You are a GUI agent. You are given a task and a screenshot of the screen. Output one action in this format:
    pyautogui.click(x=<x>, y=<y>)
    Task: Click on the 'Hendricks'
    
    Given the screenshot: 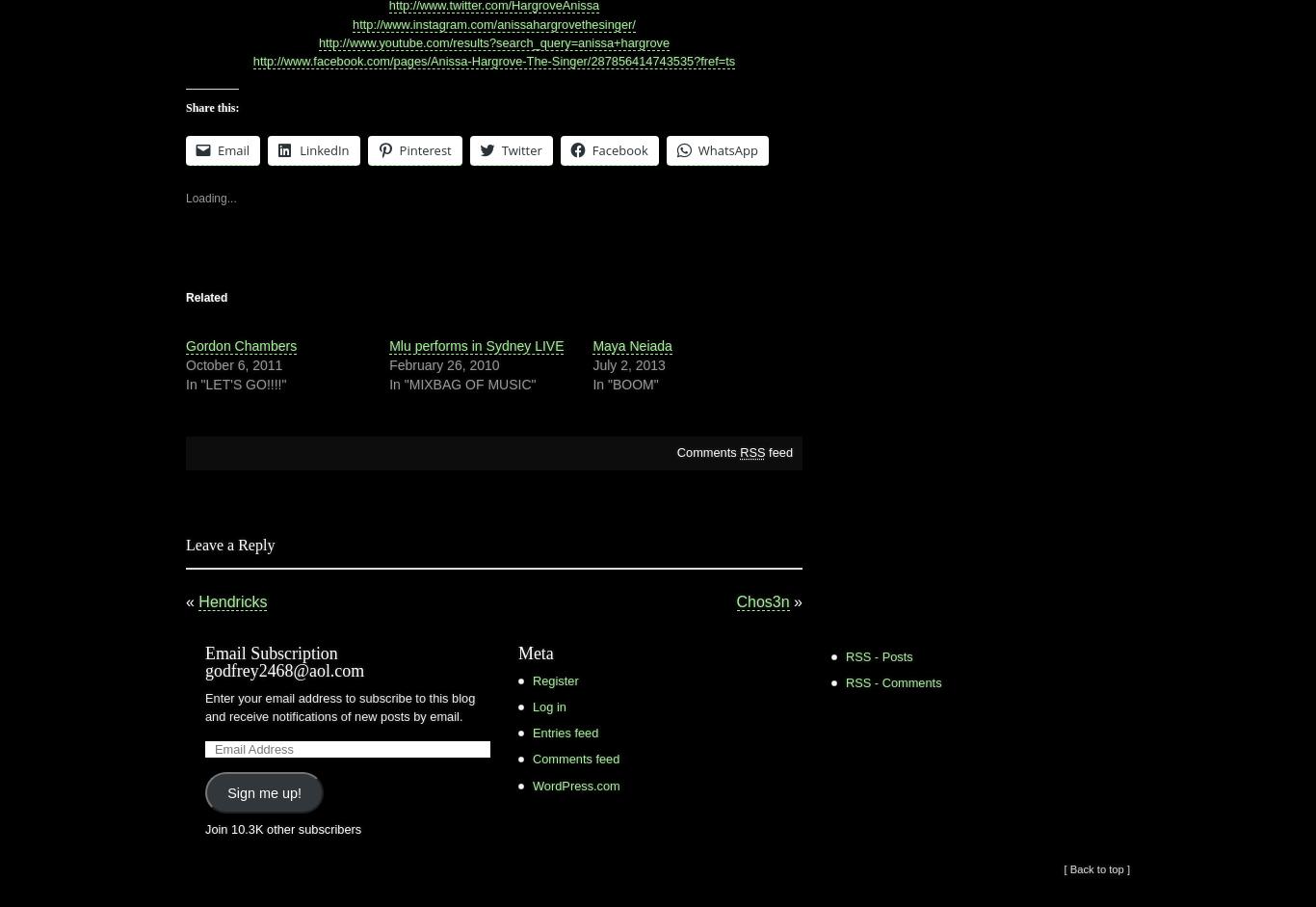 What is the action you would take?
    pyautogui.click(x=232, y=600)
    